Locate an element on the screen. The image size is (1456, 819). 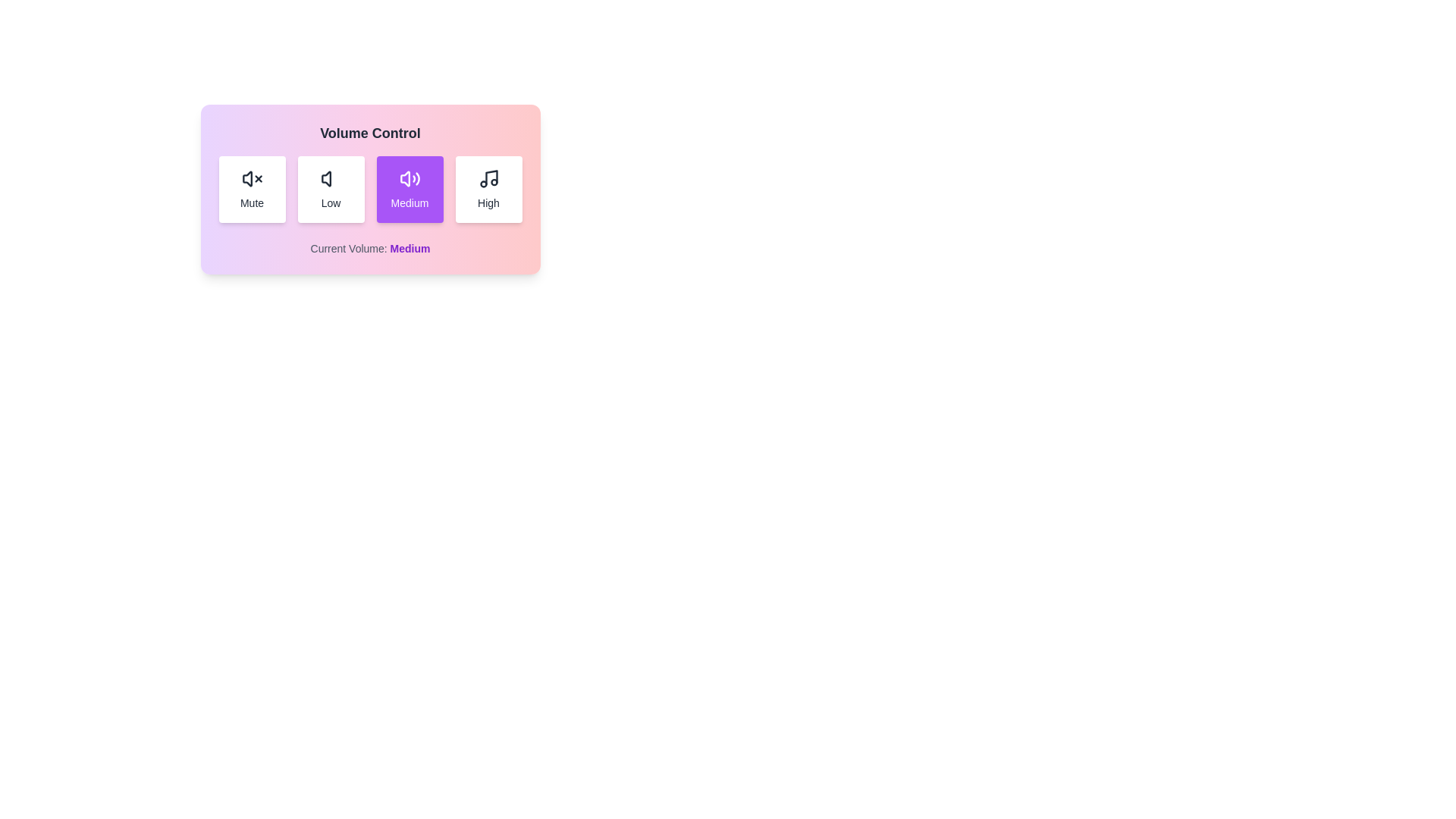
the high button to observe the hover effect is located at coordinates (488, 189).